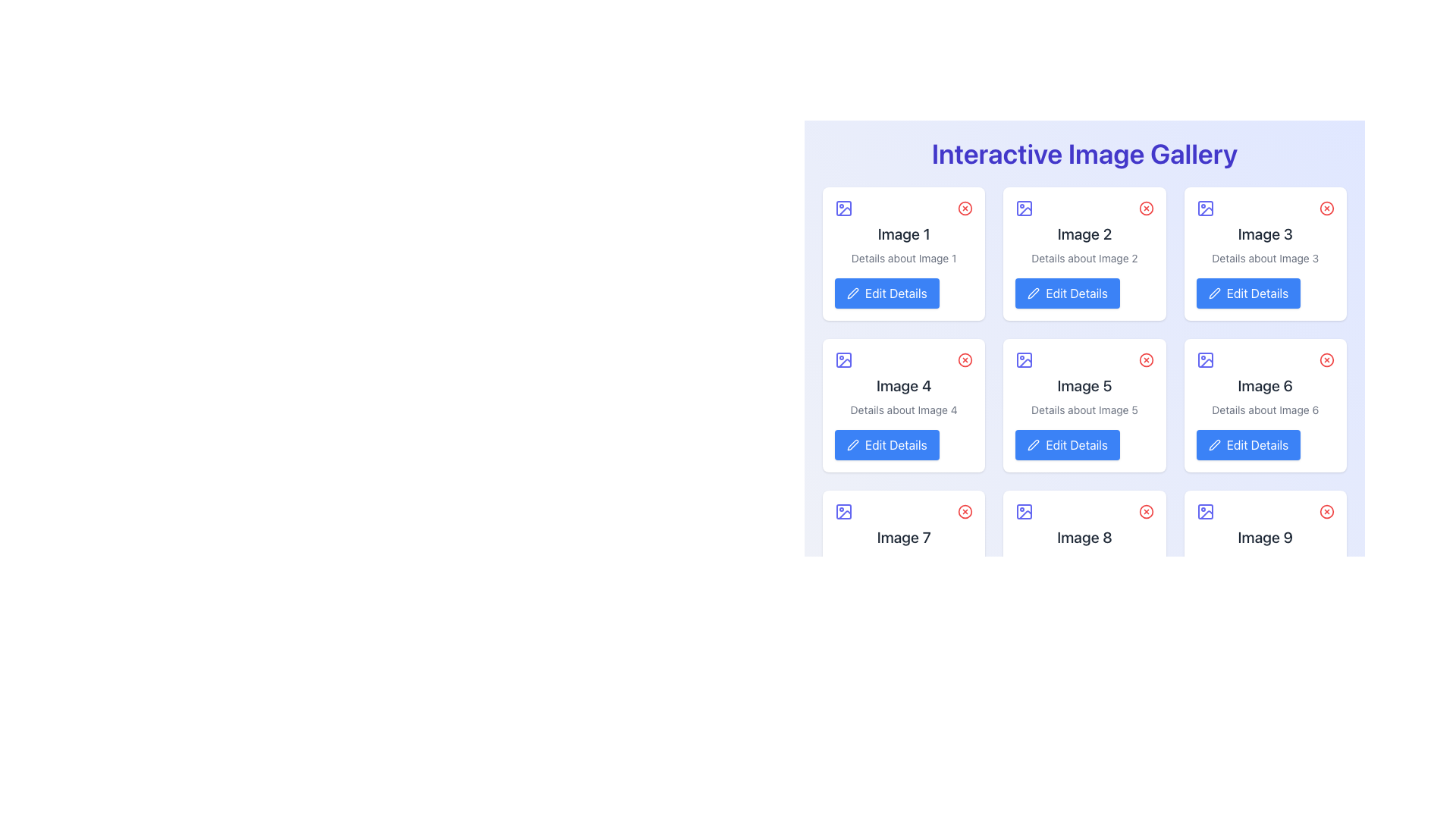 This screenshot has width=1456, height=819. I want to click on the SVG circle that represents the circular outline for the close icon located in the top-right corner of the 'Image 5' card, so click(1146, 359).